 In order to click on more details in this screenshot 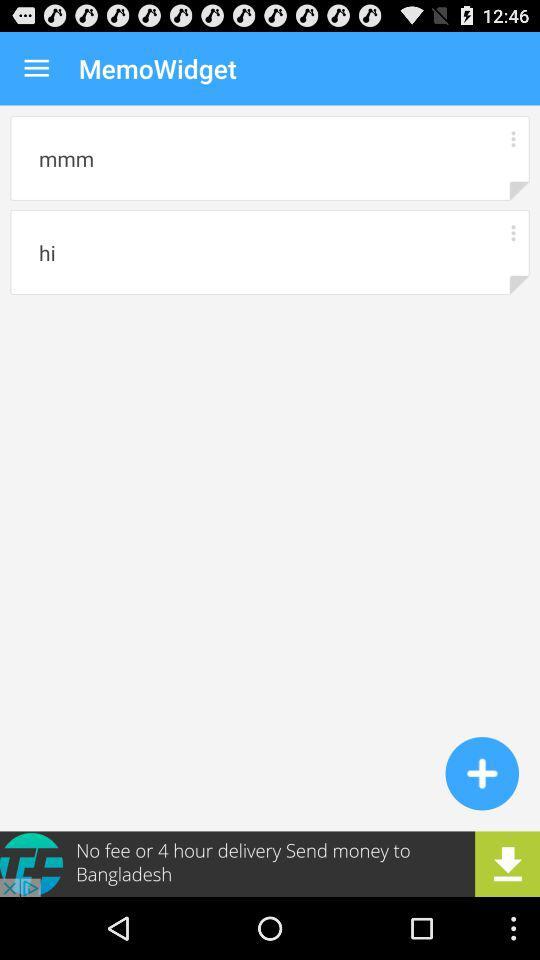, I will do `click(513, 137)`.